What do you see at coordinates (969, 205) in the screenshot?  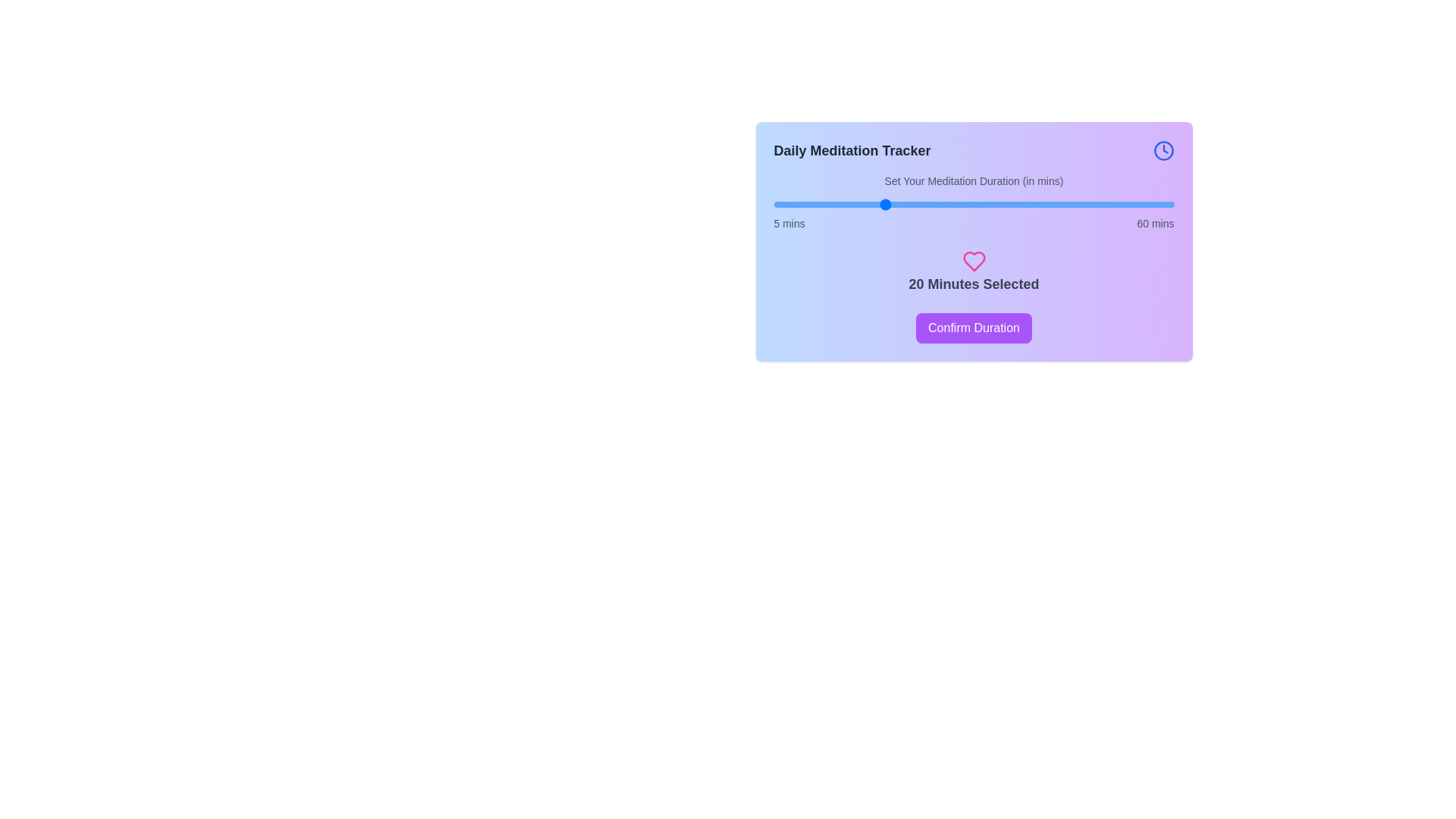 I see `the meditation duration to 32 minutes using the slider` at bounding box center [969, 205].